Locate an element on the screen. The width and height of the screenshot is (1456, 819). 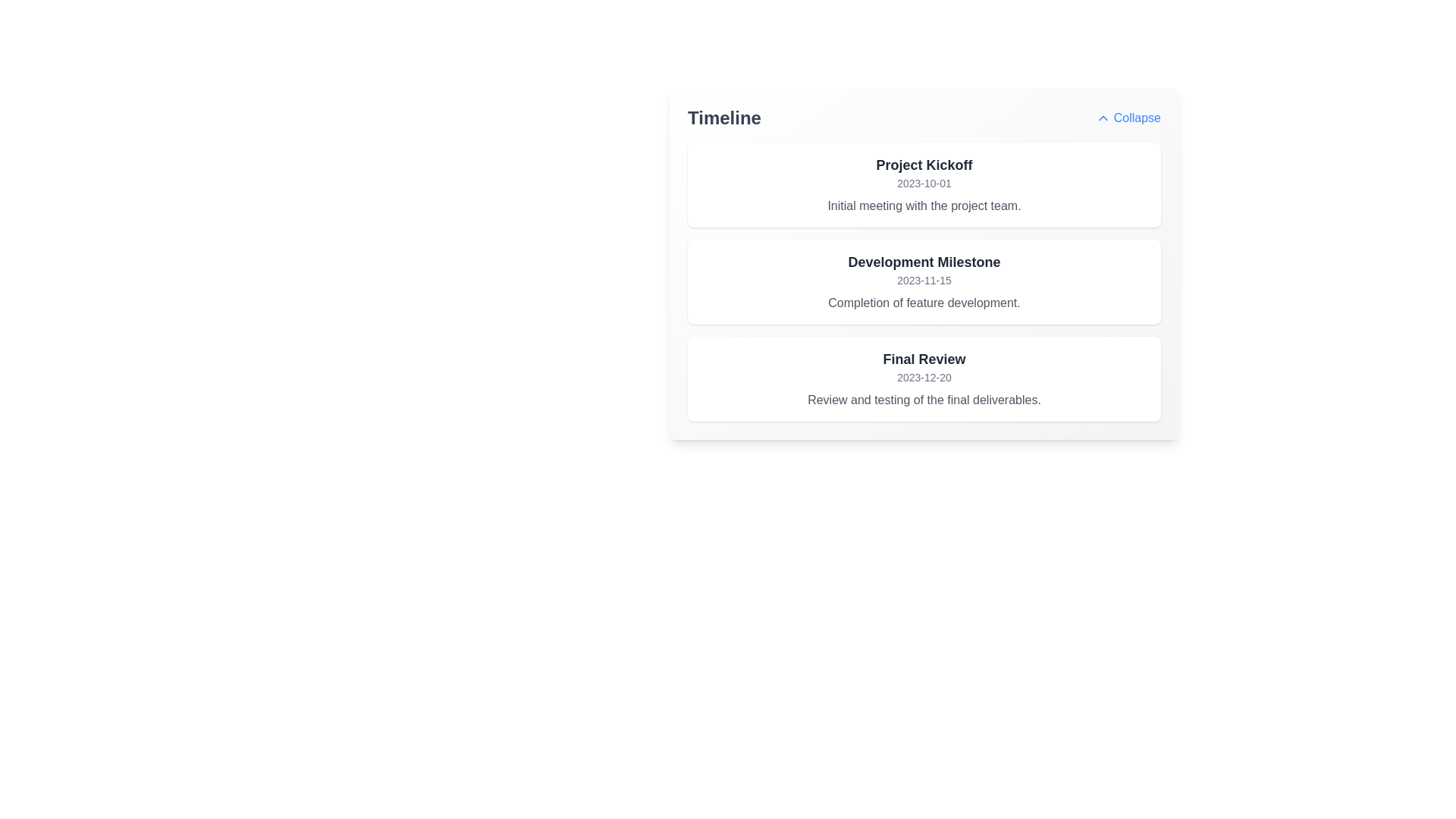
date label text indicating the time associated with the event 'Project Kickoff', located beneath the title 'Project Kickoff' and above the description text 'Initial meeting with the project team' is located at coordinates (924, 183).